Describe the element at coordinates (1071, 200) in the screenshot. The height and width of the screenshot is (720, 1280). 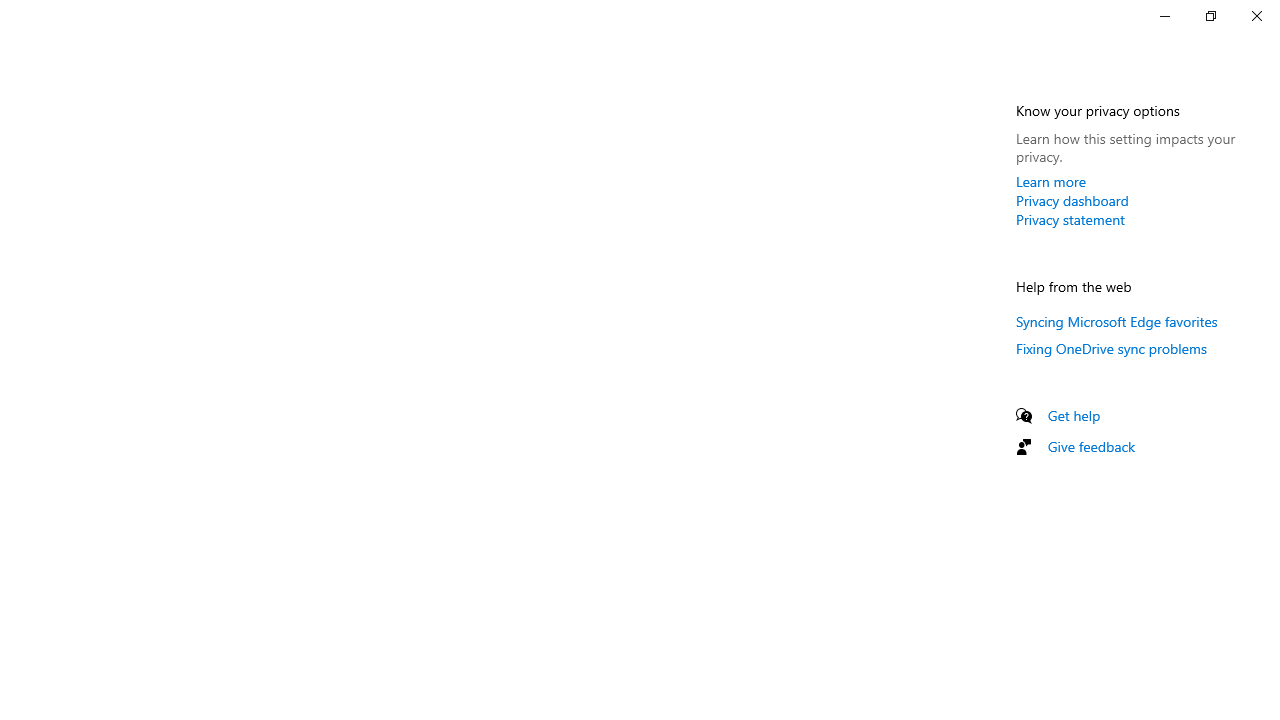
I see `'Privacy dashboard'` at that location.